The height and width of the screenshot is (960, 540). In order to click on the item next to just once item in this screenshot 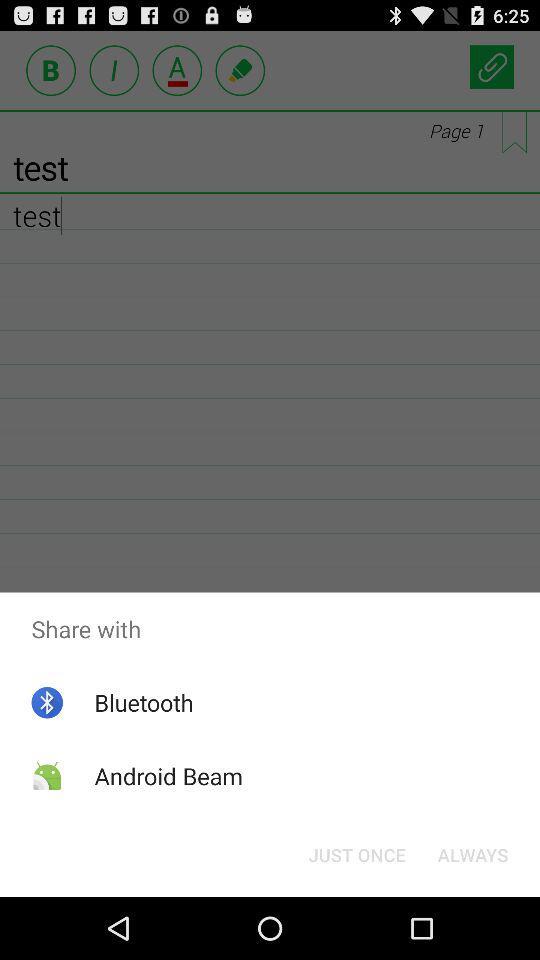, I will do `click(472, 853)`.